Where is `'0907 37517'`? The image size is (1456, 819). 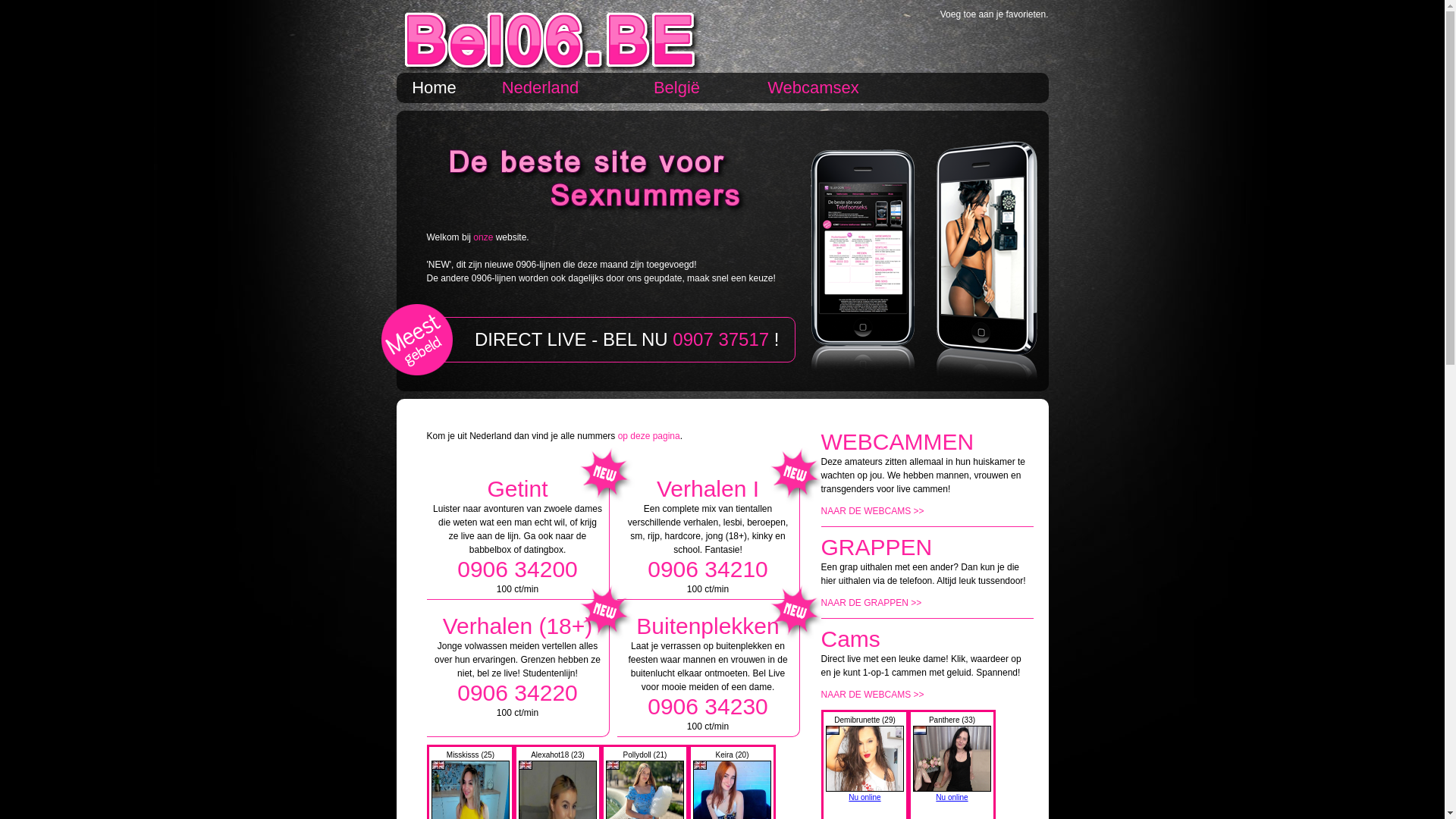
'0907 37517' is located at coordinates (720, 338).